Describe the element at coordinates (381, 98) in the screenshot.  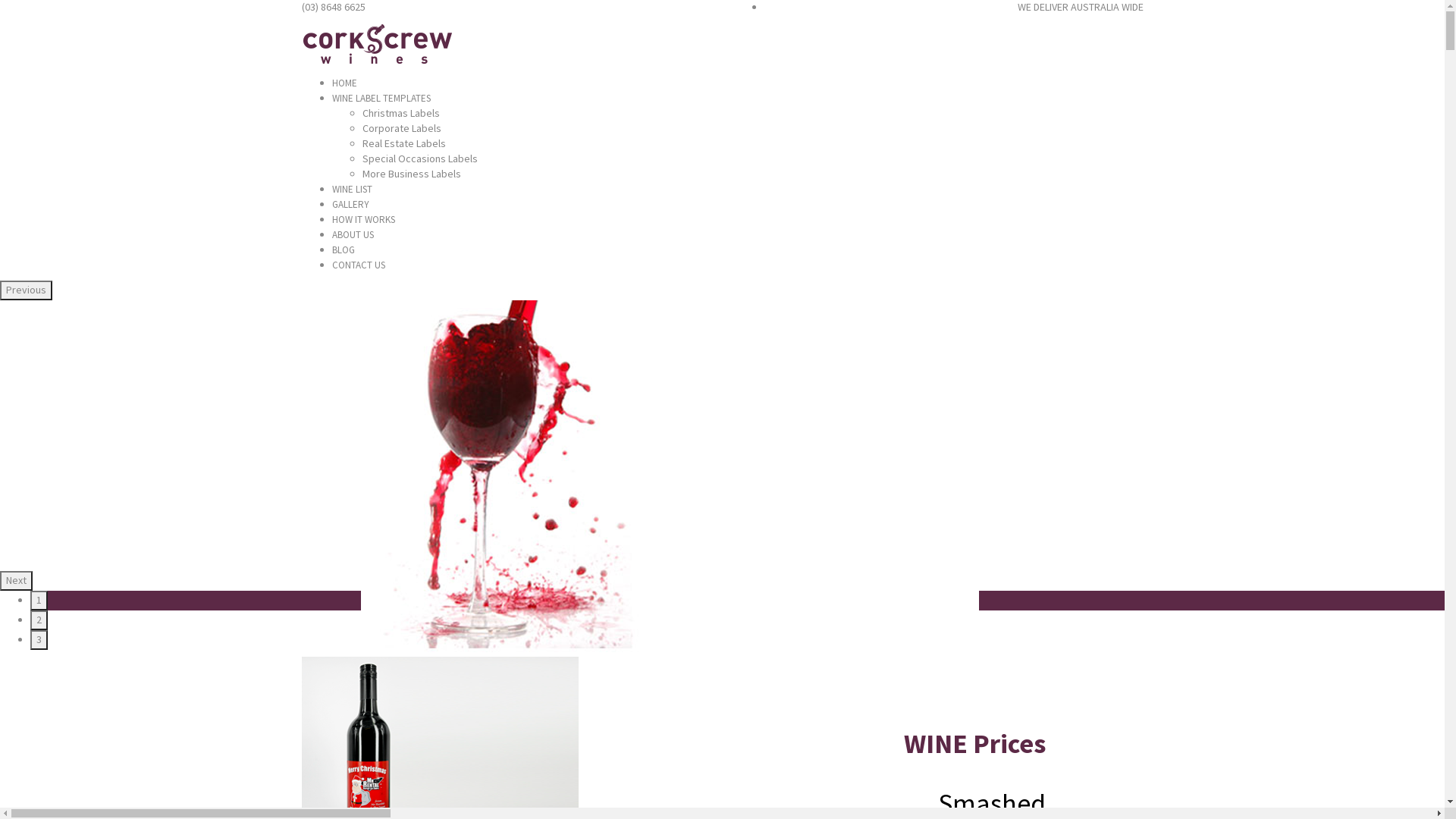
I see `'WINE LABEL TEMPLATES'` at that location.